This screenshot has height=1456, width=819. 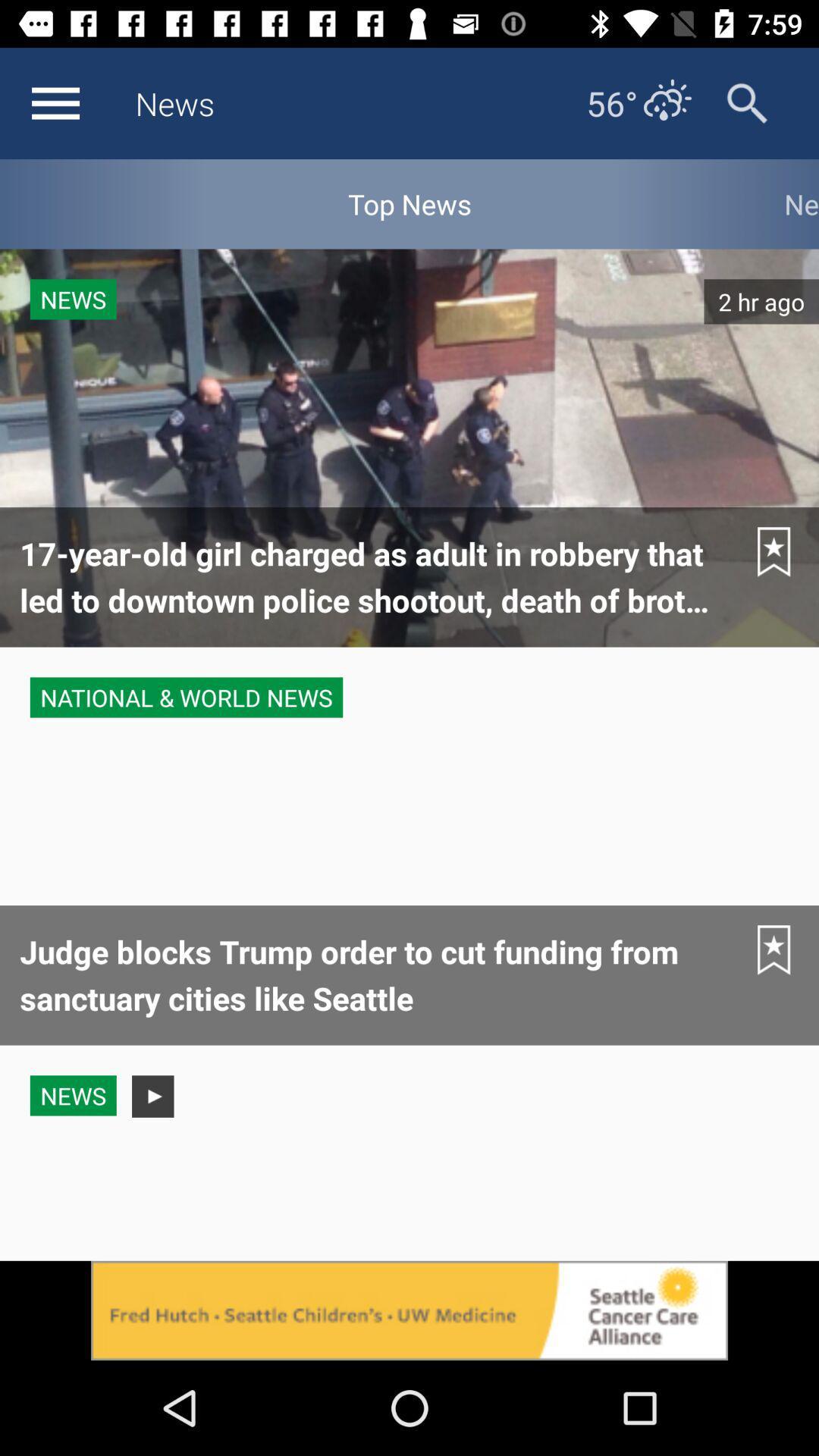 I want to click on the menu on top left, so click(x=55, y=103).